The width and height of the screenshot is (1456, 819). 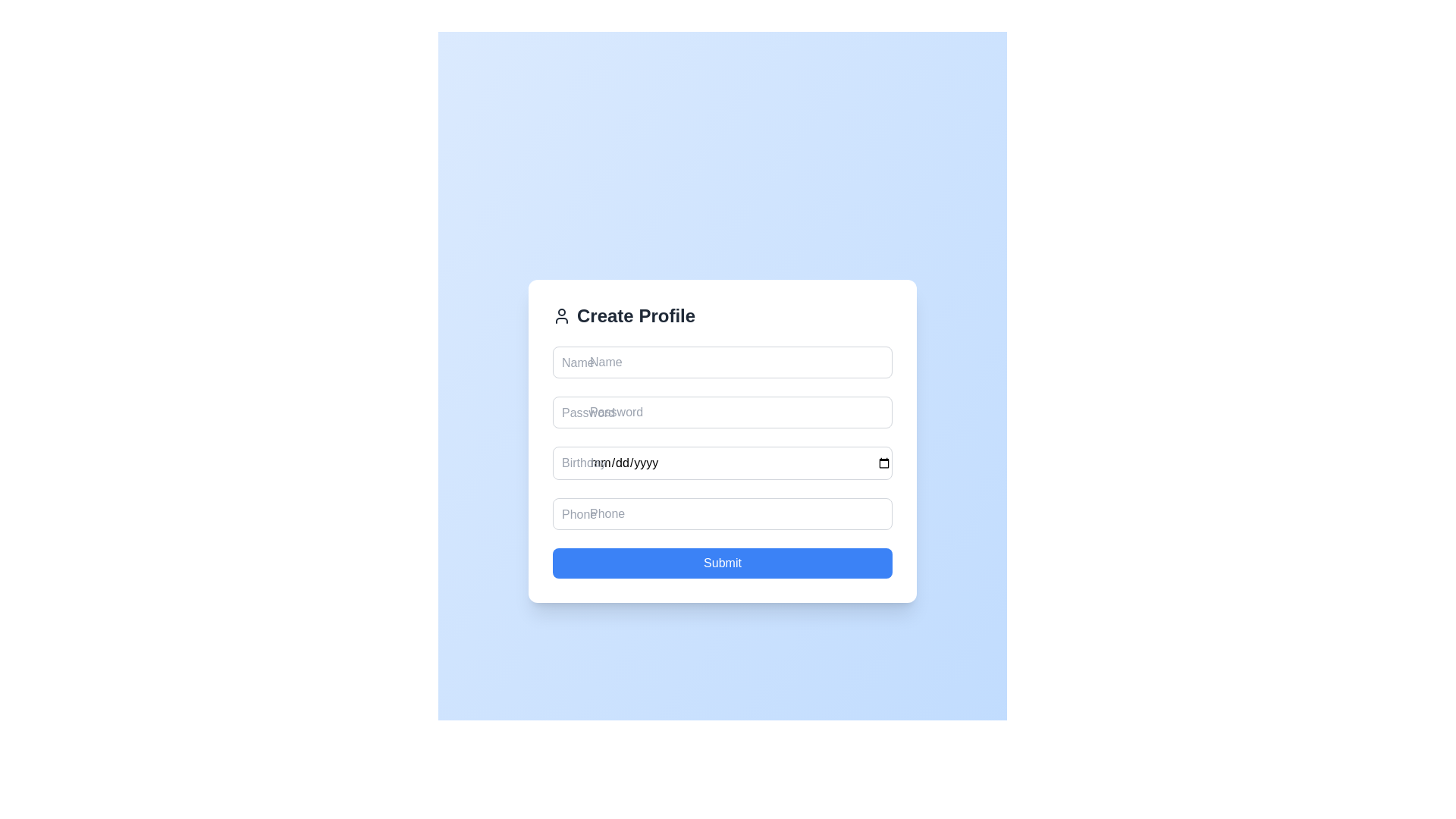 What do you see at coordinates (560, 315) in the screenshot?
I see `the decorative SVG icon located to the left of the 'Create Profile' text in the header section of the form` at bounding box center [560, 315].